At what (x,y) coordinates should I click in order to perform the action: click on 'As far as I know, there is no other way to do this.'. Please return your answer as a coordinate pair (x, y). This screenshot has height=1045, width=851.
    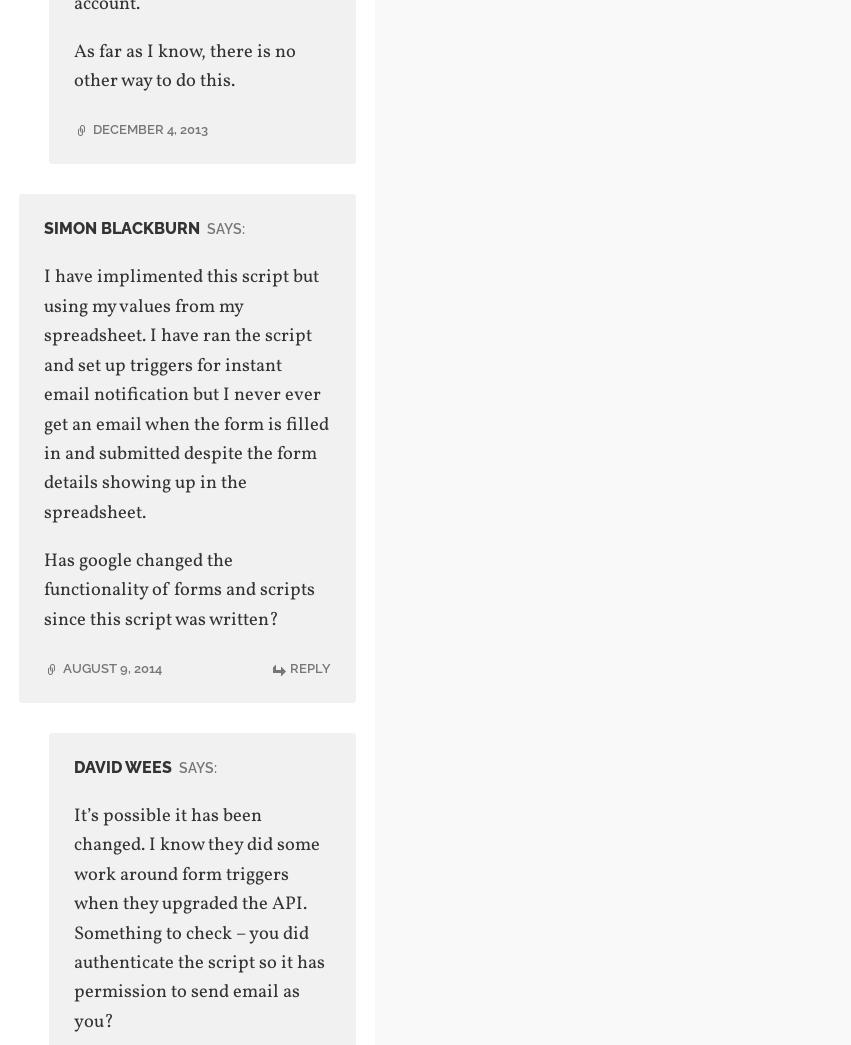
    Looking at the image, I should click on (182, 66).